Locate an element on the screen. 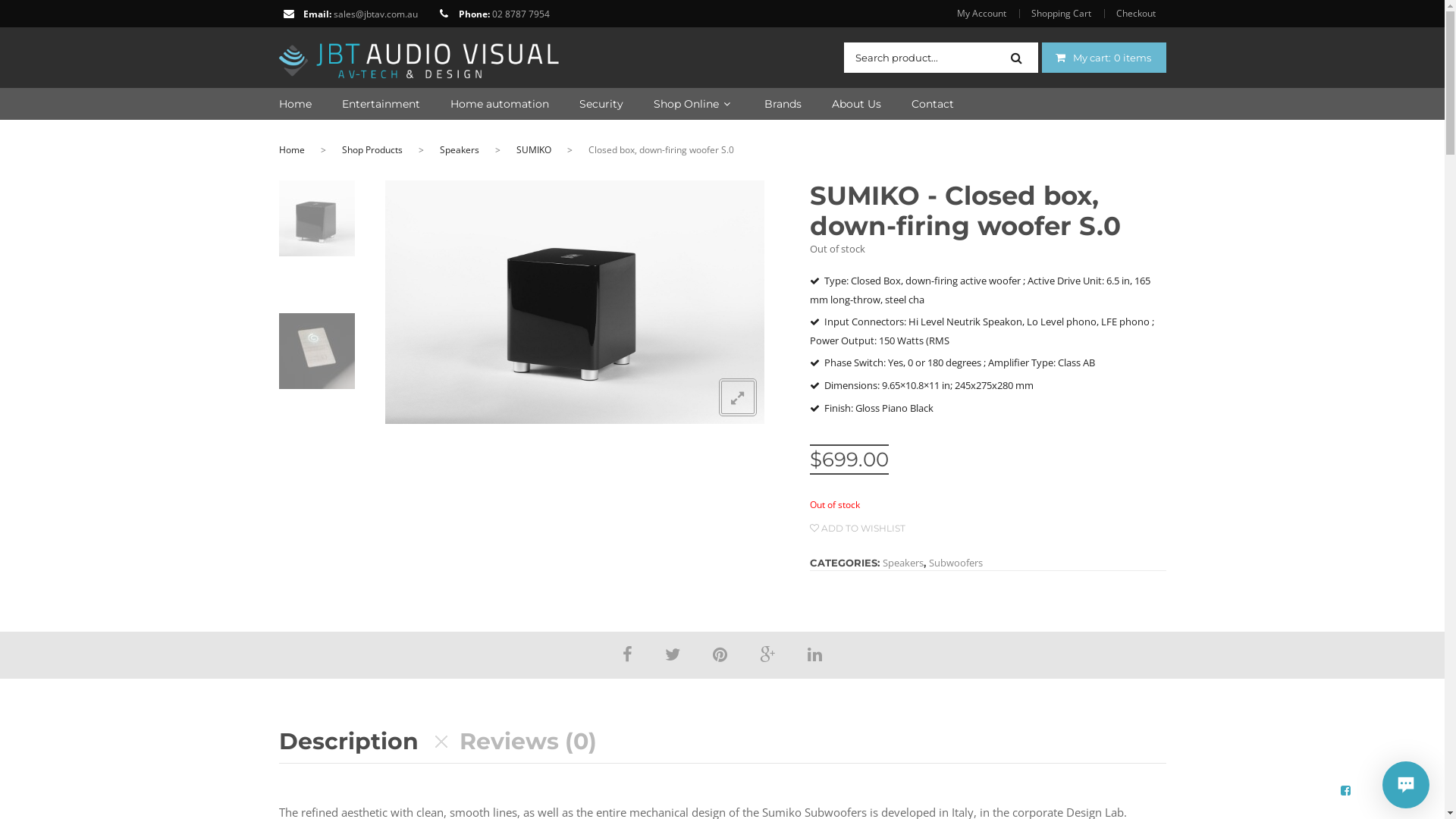 The width and height of the screenshot is (1456, 819). 'SUMIKO' is located at coordinates (532, 149).